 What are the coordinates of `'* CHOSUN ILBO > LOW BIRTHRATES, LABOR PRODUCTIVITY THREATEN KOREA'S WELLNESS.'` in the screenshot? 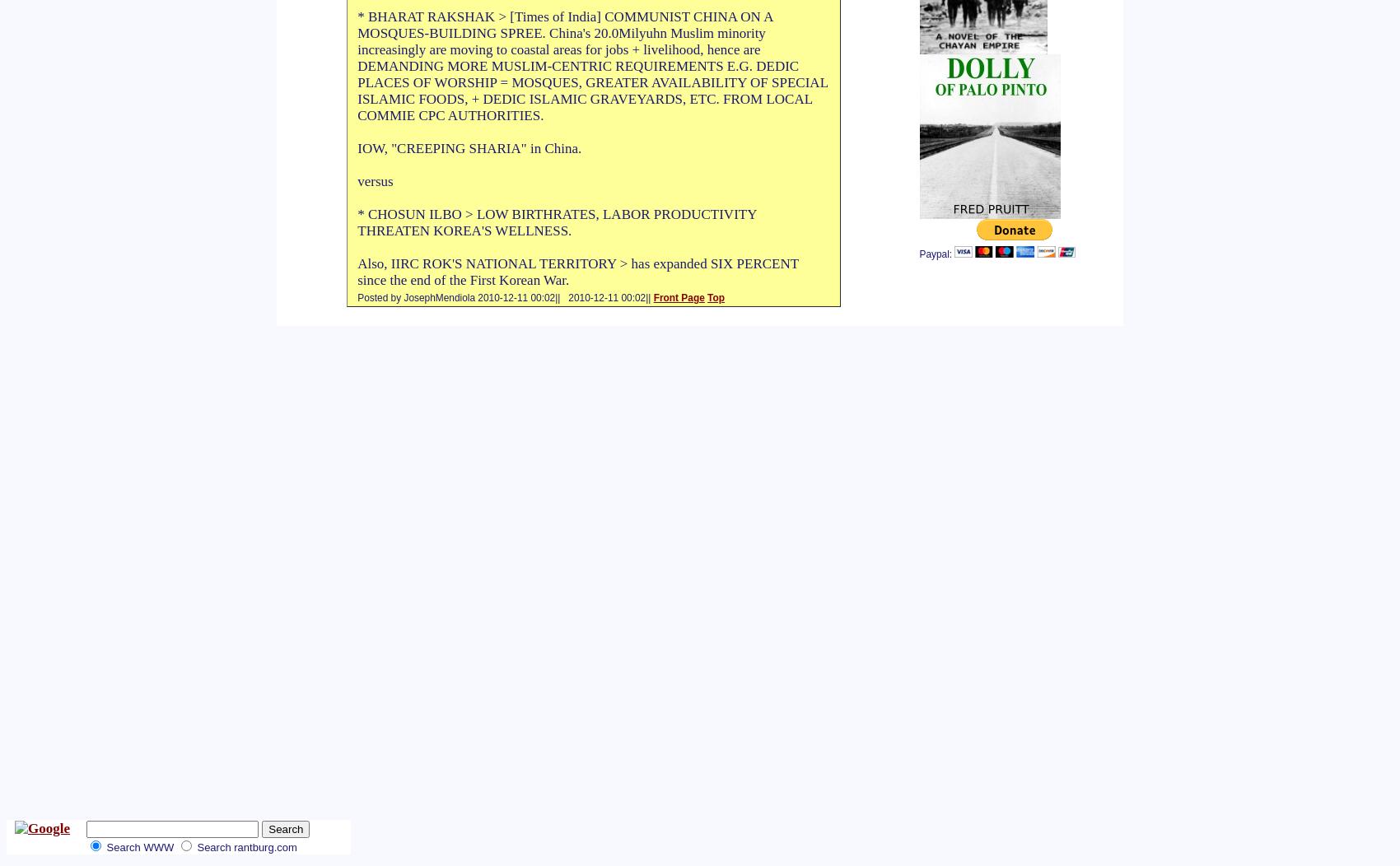 It's located at (357, 222).